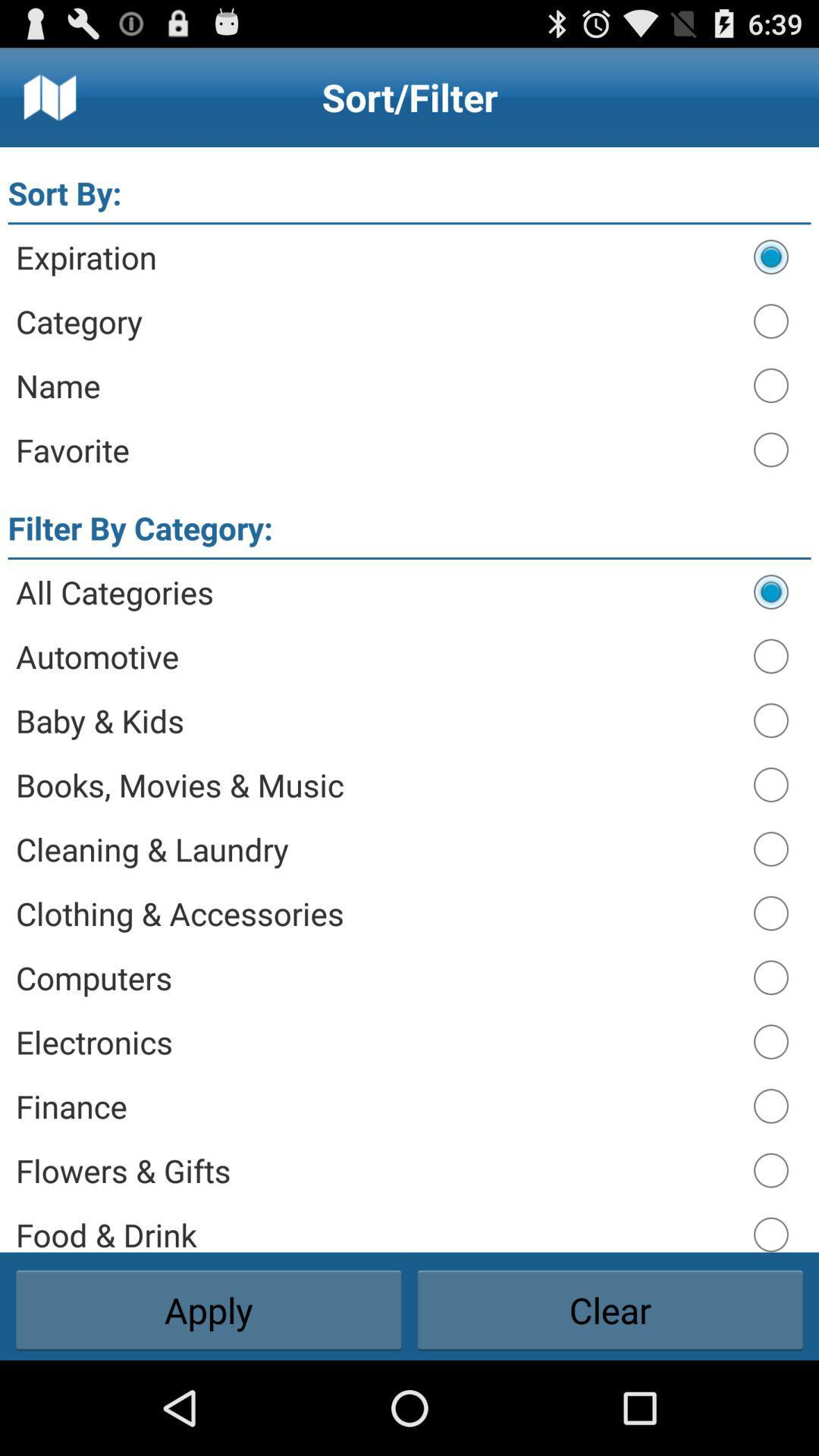 This screenshot has width=819, height=1456. What do you see at coordinates (609, 1310) in the screenshot?
I see `the icon below food & drink app` at bounding box center [609, 1310].